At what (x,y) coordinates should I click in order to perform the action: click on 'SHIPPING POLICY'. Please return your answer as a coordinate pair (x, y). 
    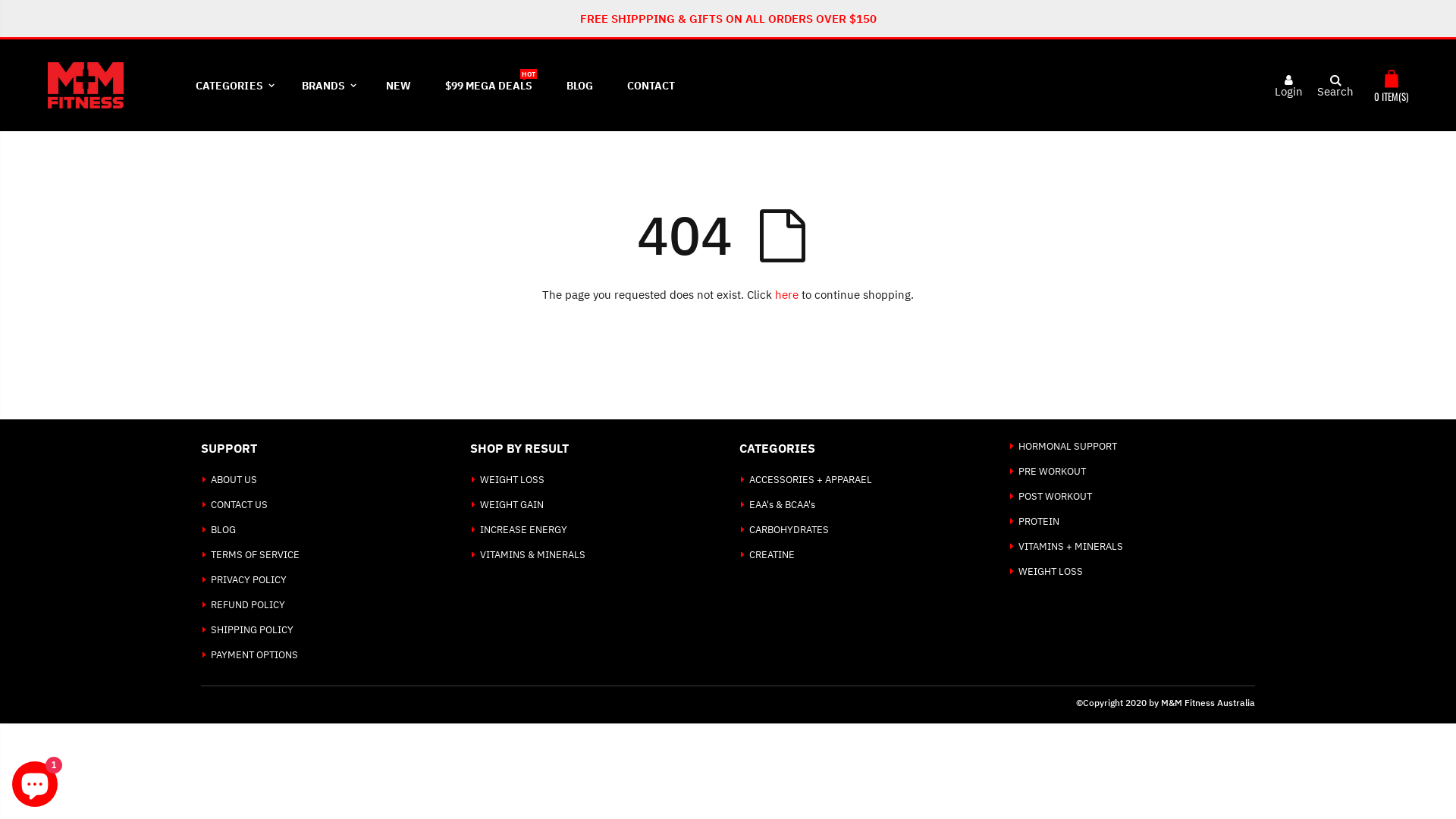
    Looking at the image, I should click on (252, 629).